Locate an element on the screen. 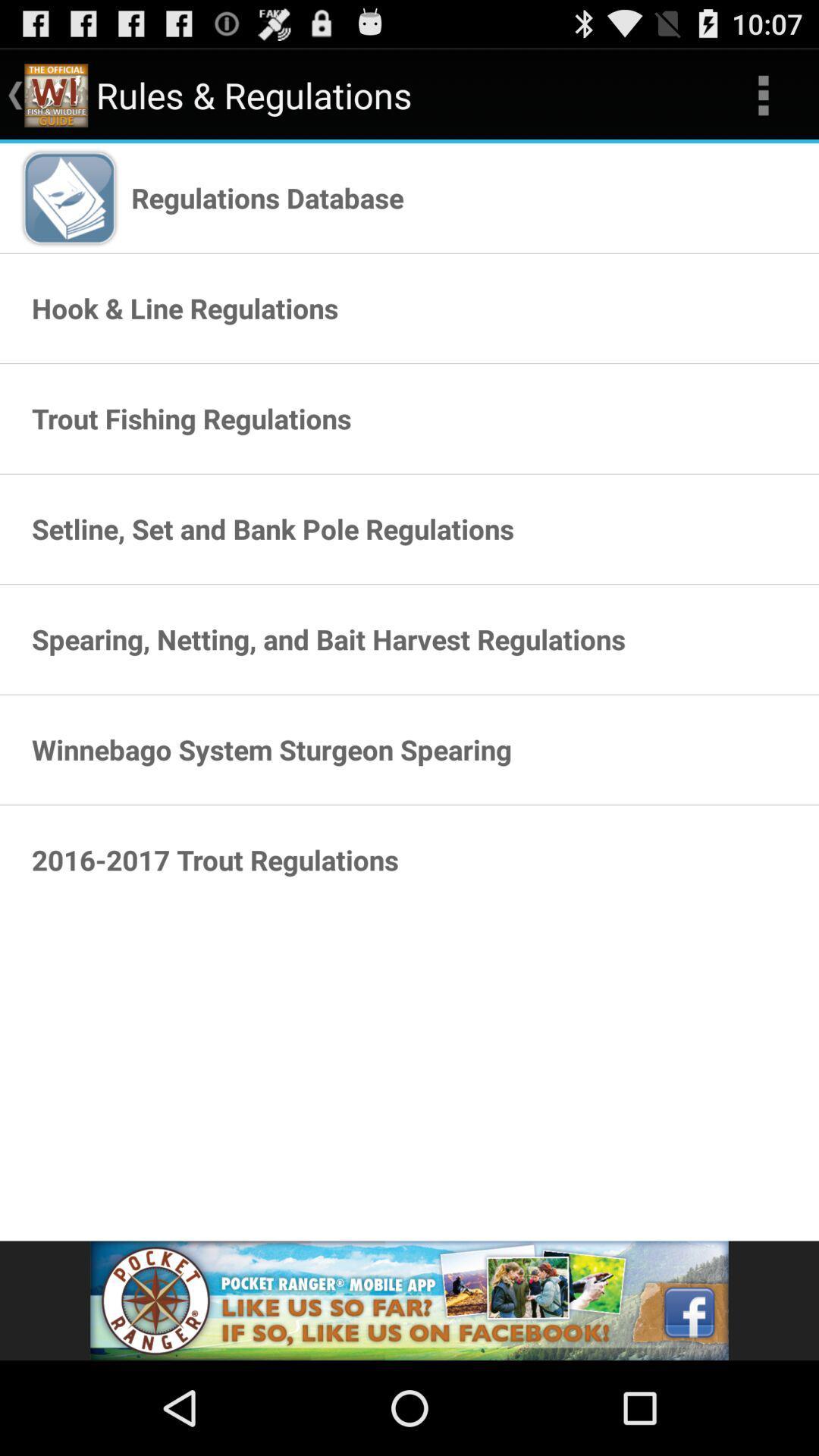 The image size is (819, 1456). mini image which is on the left of rules  regulations is located at coordinates (55, 94).